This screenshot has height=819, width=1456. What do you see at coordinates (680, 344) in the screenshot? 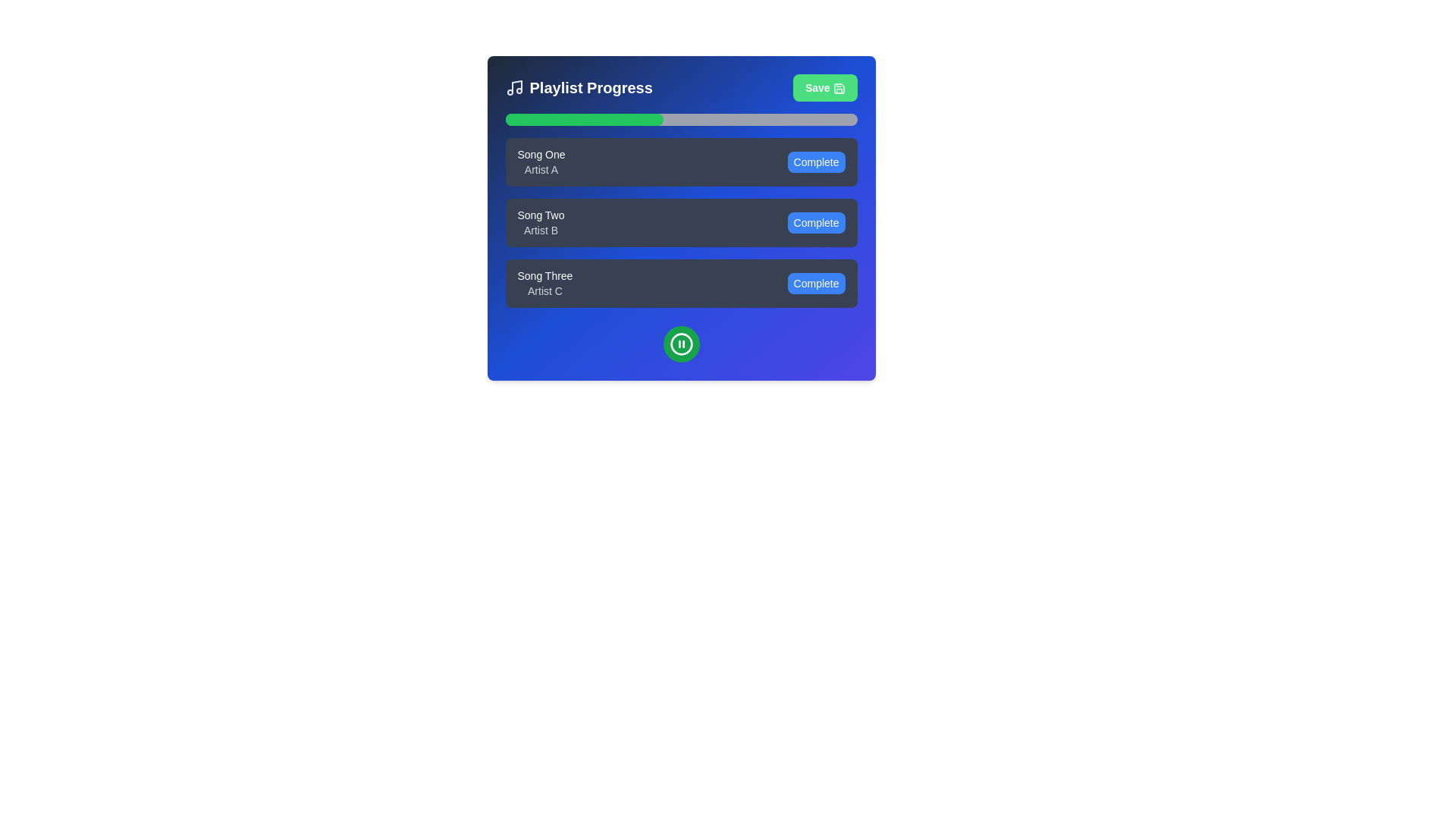
I see `the control button for pausing or stopping a process located at the bottom of the 'Playlist Progress' card` at bounding box center [680, 344].